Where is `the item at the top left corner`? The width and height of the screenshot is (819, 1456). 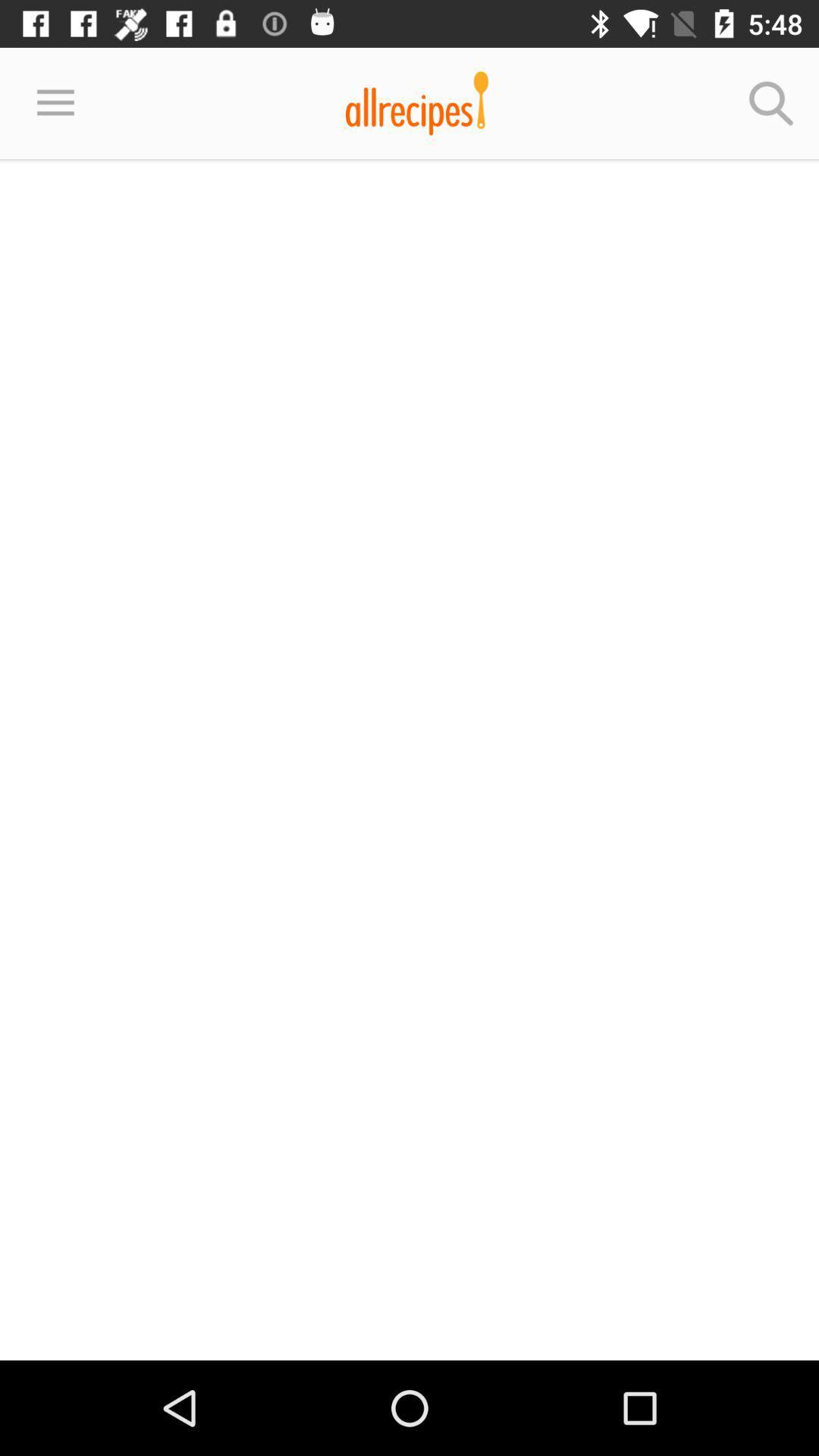 the item at the top left corner is located at coordinates (55, 102).